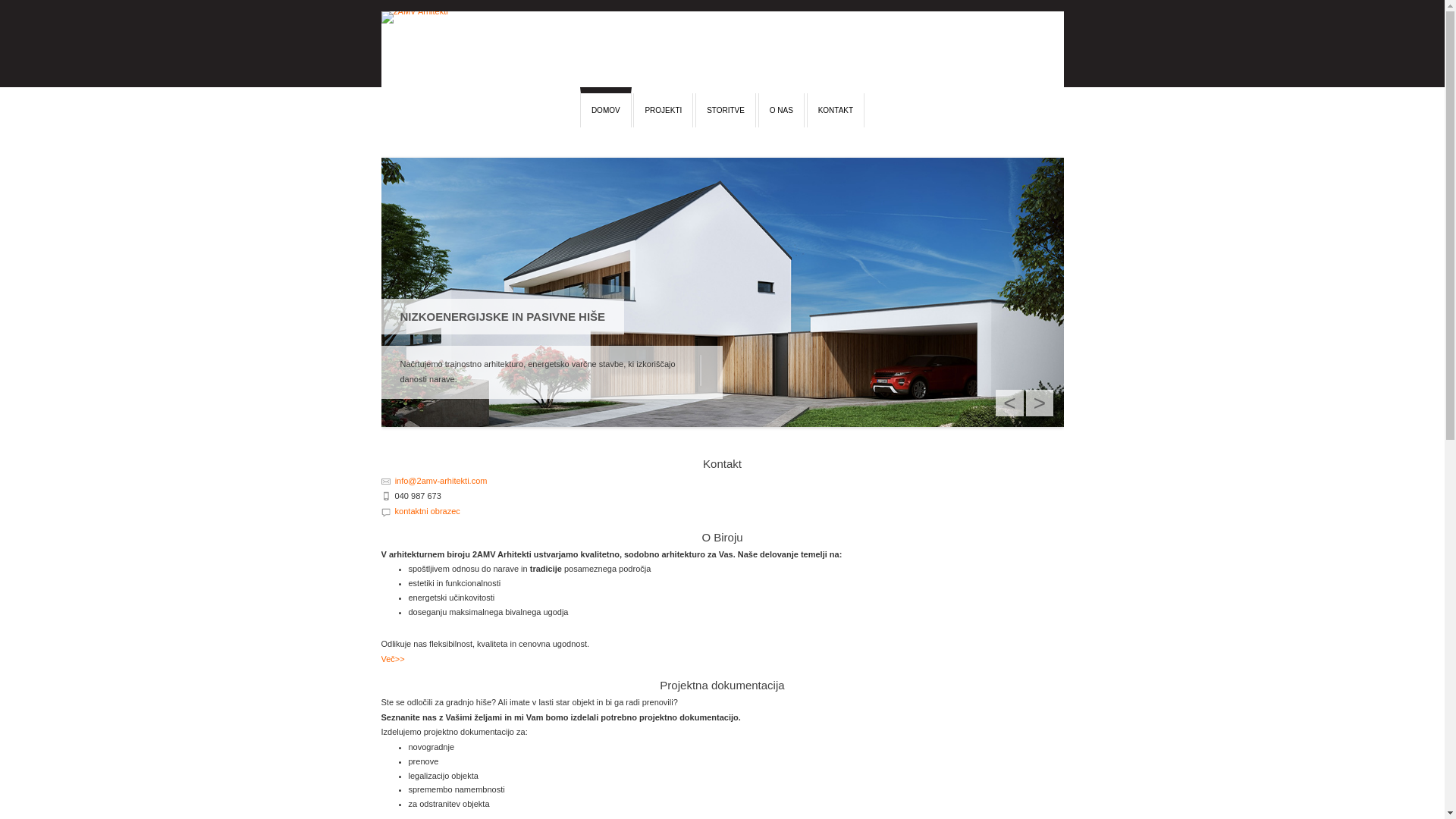 The image size is (1456, 819). What do you see at coordinates (381, 479) in the screenshot?
I see `'2AMV mail'` at bounding box center [381, 479].